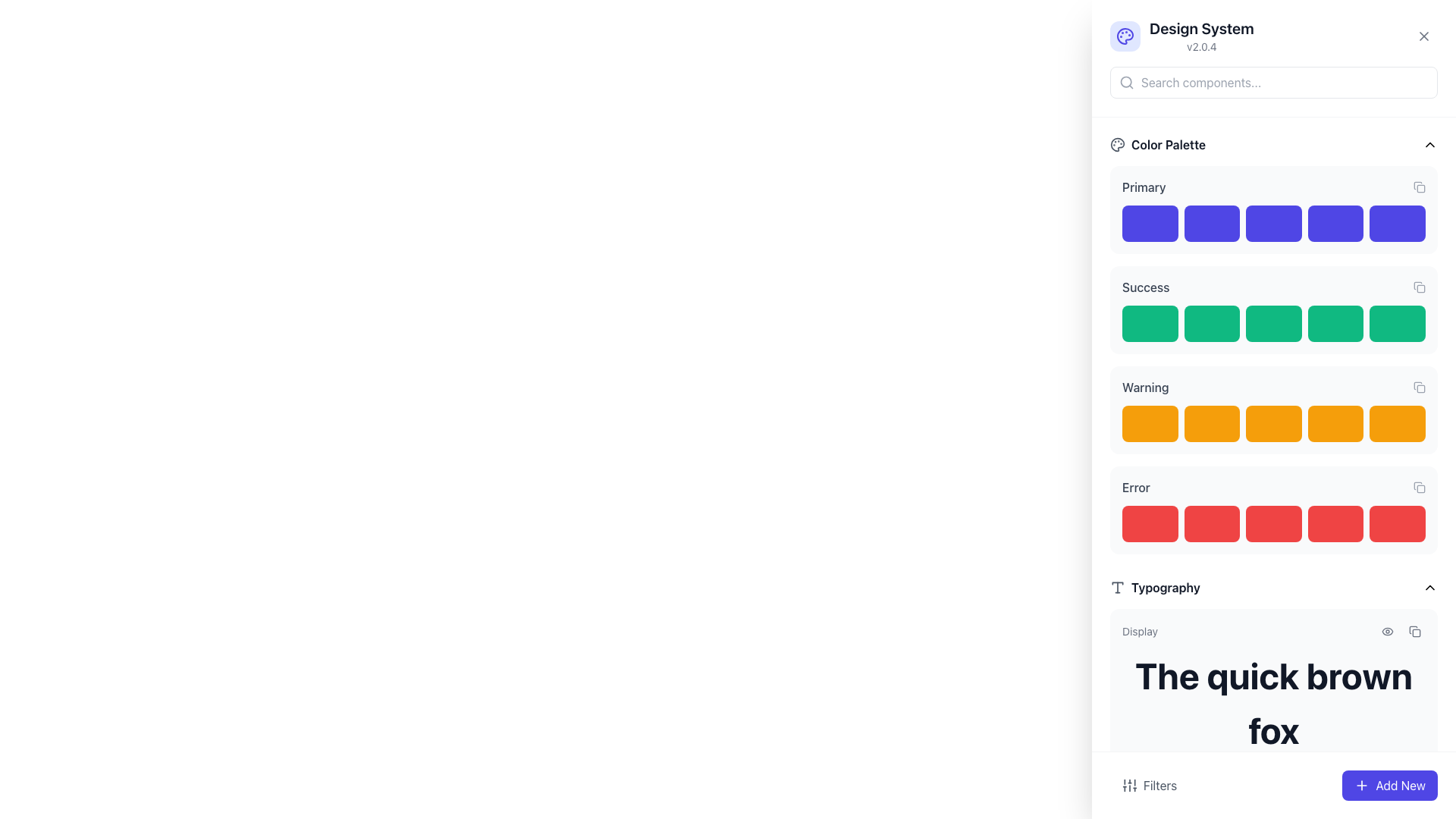 The image size is (1456, 819). What do you see at coordinates (1140, 632) in the screenshot?
I see `the static text label displaying 'Display' in a small-sized gray font, located near the top of the 'Typography' section` at bounding box center [1140, 632].